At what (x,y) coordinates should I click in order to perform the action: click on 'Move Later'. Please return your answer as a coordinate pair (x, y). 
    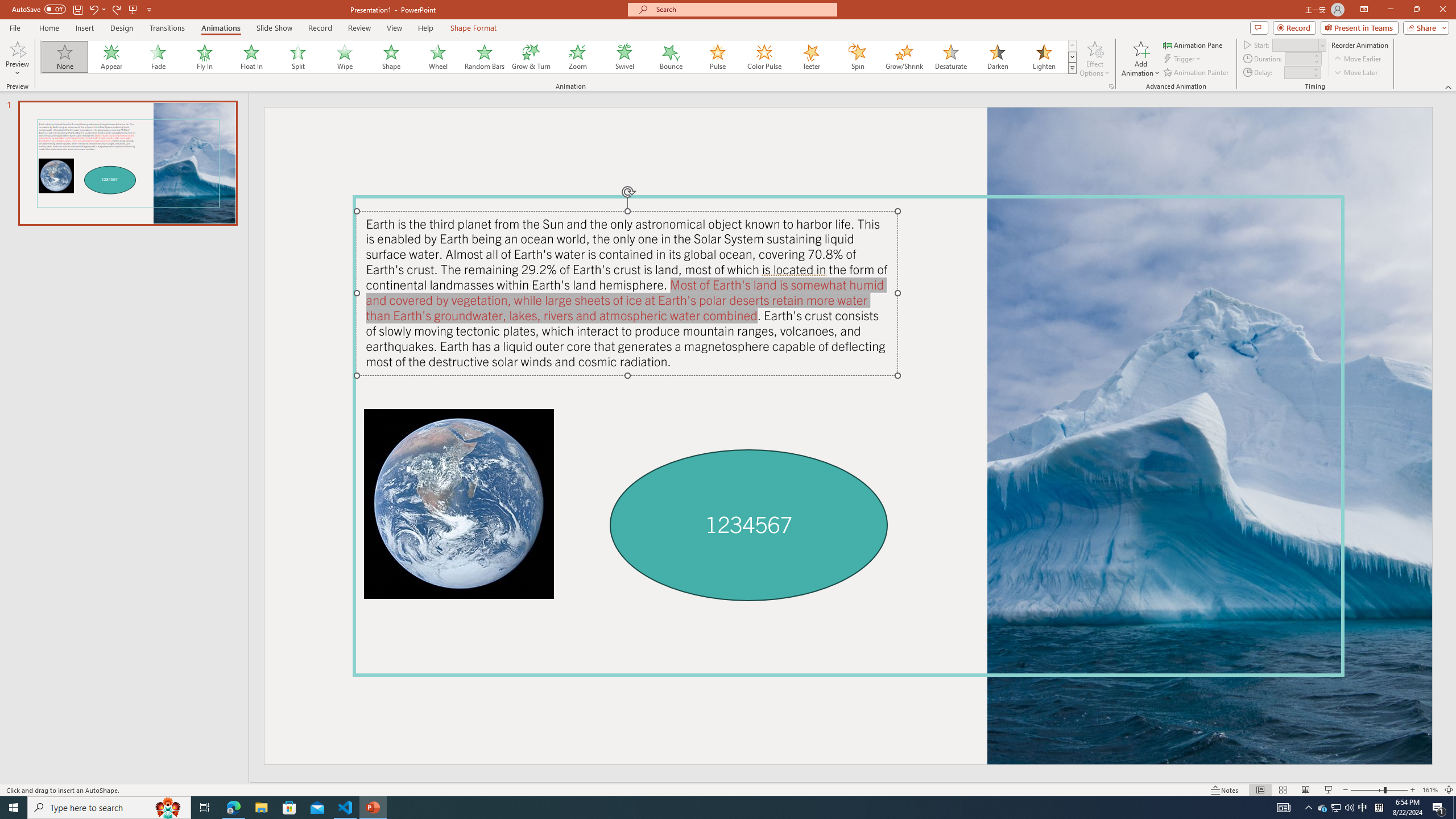
    Looking at the image, I should click on (1356, 72).